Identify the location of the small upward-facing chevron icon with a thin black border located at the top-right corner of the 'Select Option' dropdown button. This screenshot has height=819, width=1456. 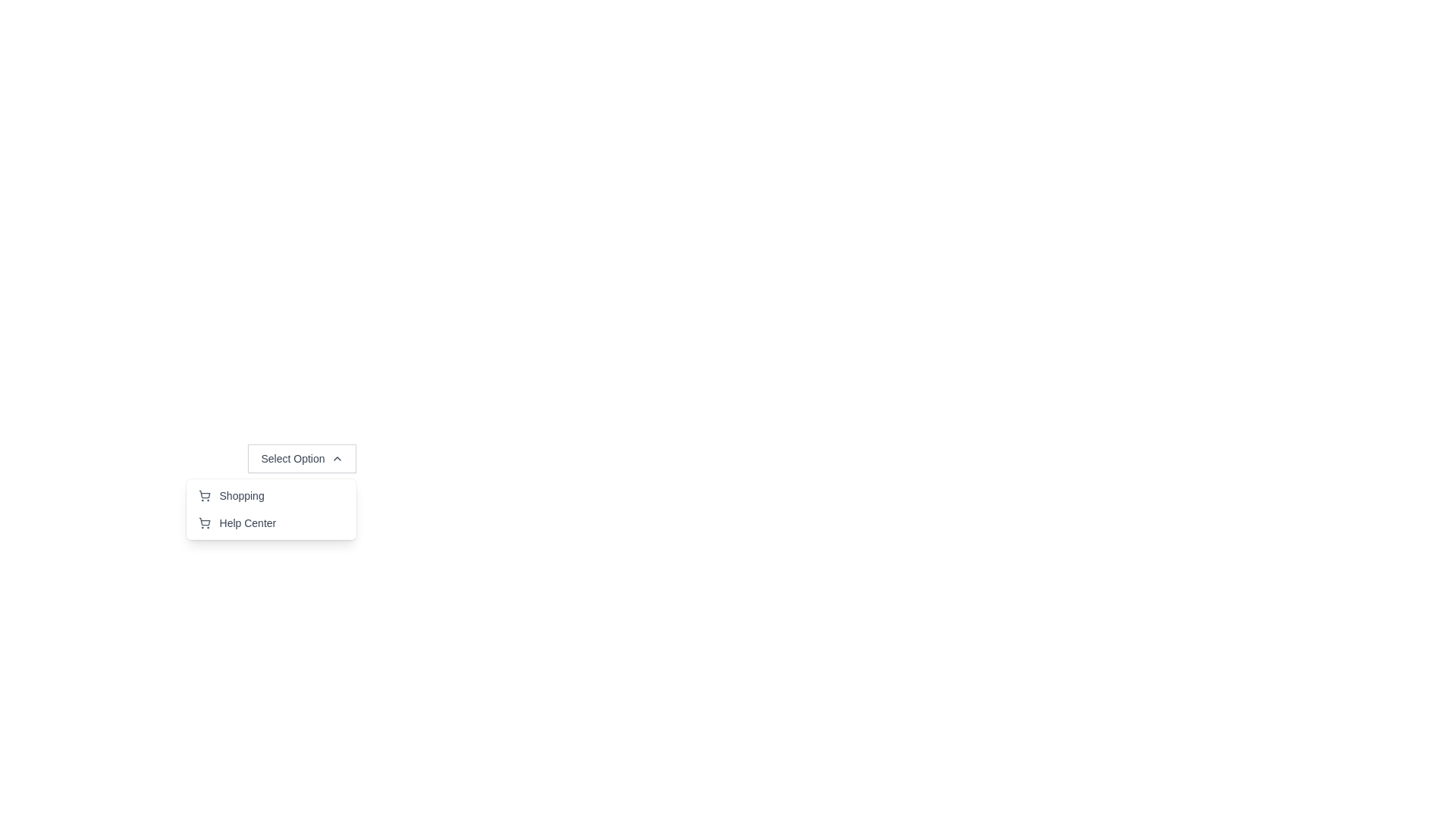
(336, 458).